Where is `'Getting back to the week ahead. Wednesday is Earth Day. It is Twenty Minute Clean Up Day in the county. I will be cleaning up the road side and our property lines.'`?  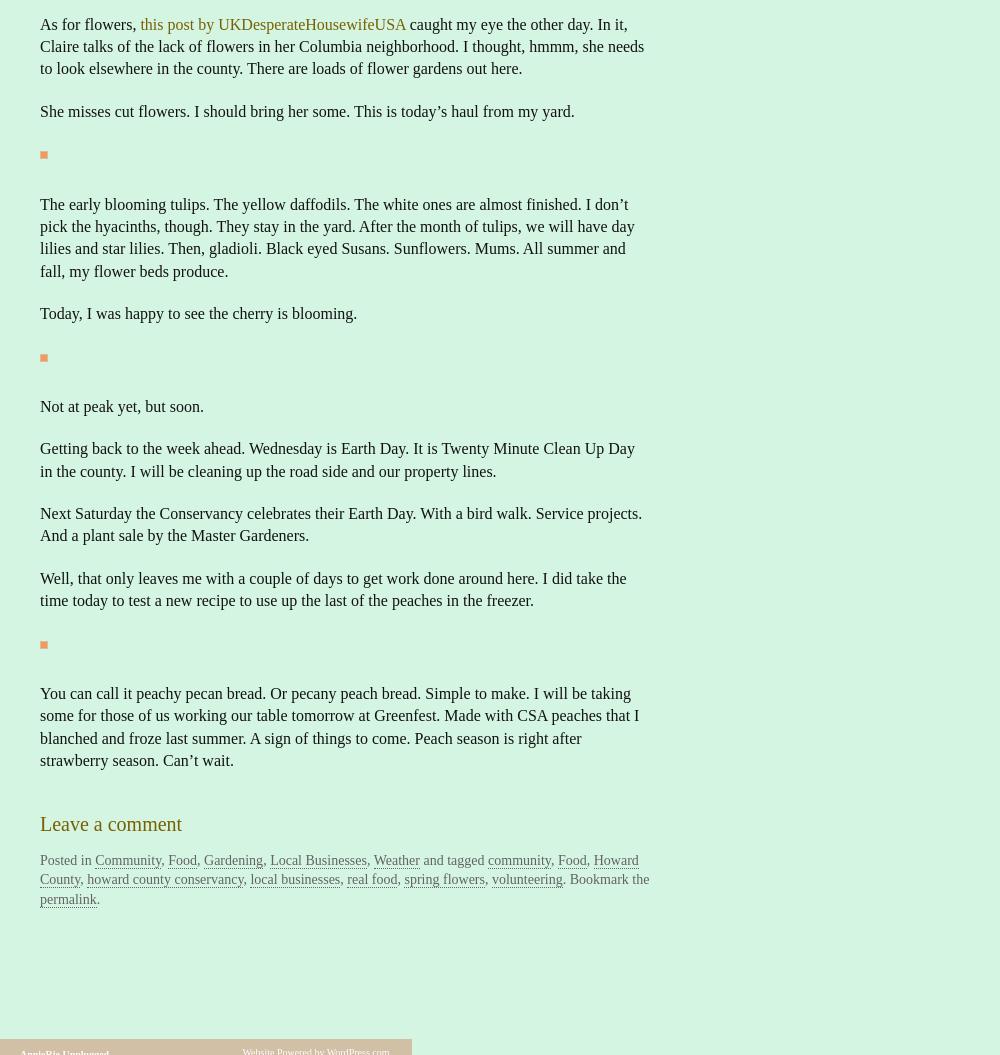 'Getting back to the week ahead. Wednesday is Earth Day. It is Twenty Minute Clean Up Day in the county. I will be cleaning up the road side and our property lines.' is located at coordinates (336, 458).